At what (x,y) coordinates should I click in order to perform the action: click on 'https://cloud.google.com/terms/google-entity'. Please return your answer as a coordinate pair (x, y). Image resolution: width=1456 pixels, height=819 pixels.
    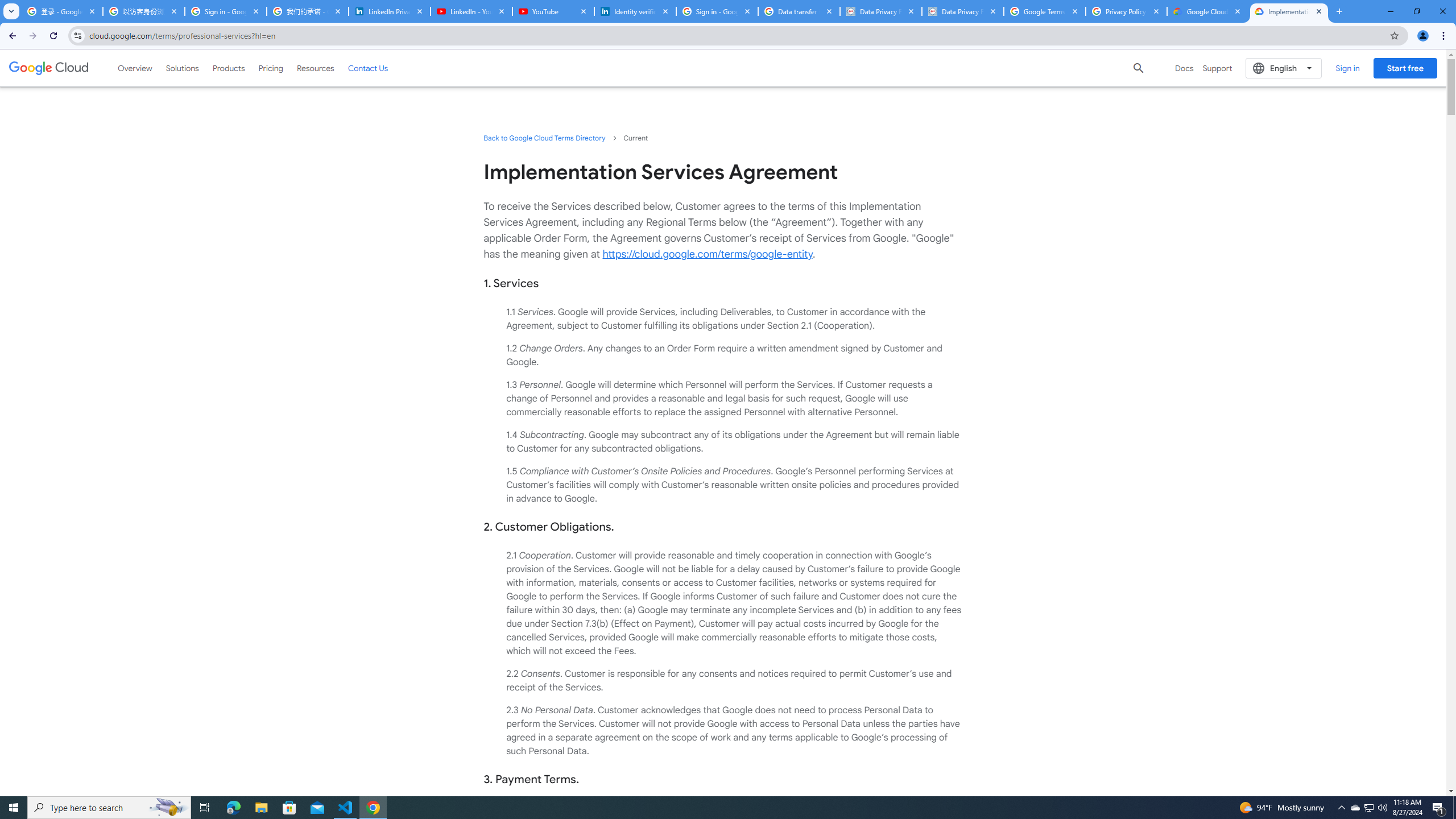
    Looking at the image, I should click on (707, 254).